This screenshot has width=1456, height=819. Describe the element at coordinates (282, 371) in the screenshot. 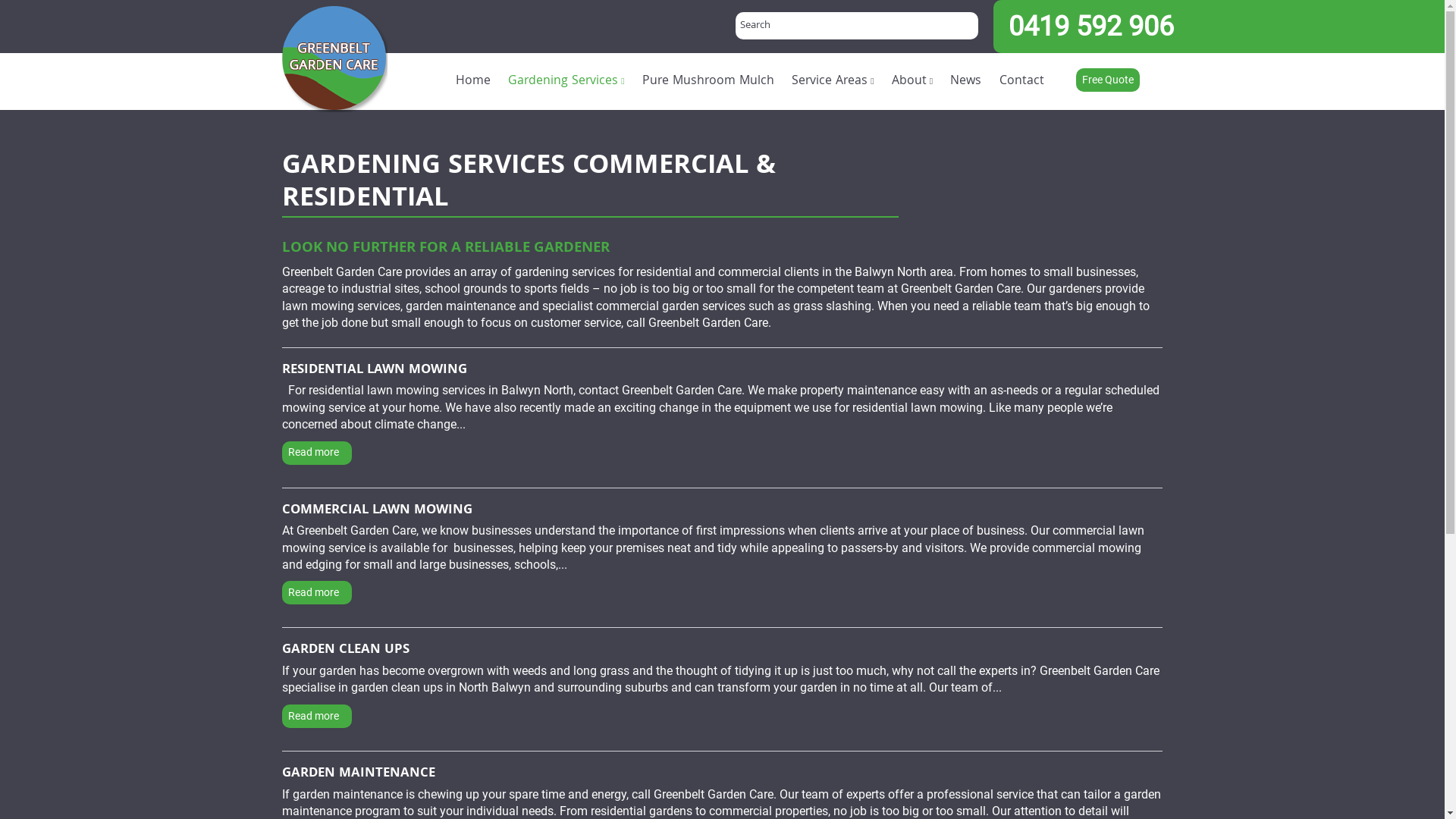

I see `'RESIDENTIAL LAWN MOWING'` at that location.